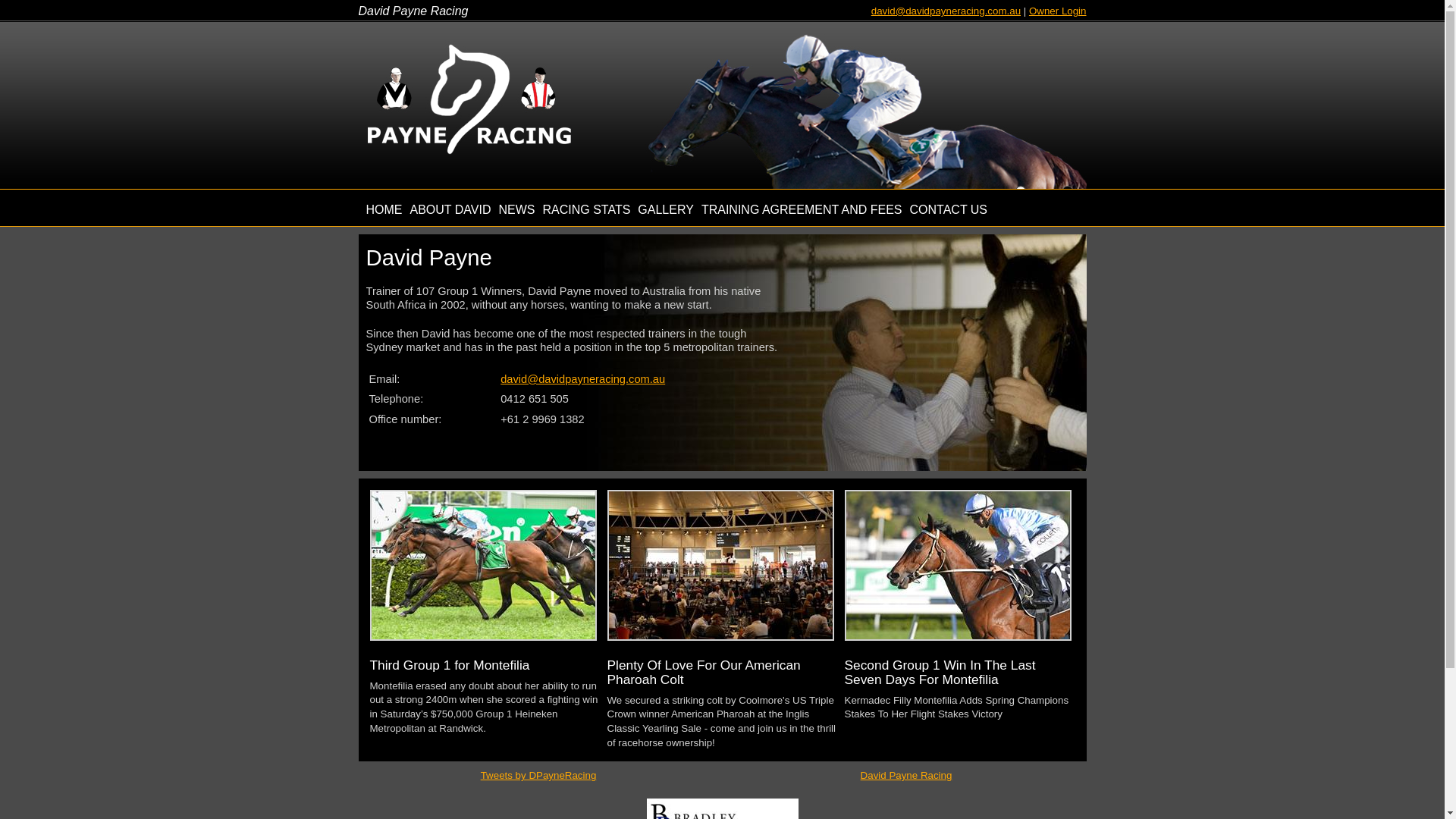 The width and height of the screenshot is (1456, 819). I want to click on 'RACING STATS', so click(585, 209).